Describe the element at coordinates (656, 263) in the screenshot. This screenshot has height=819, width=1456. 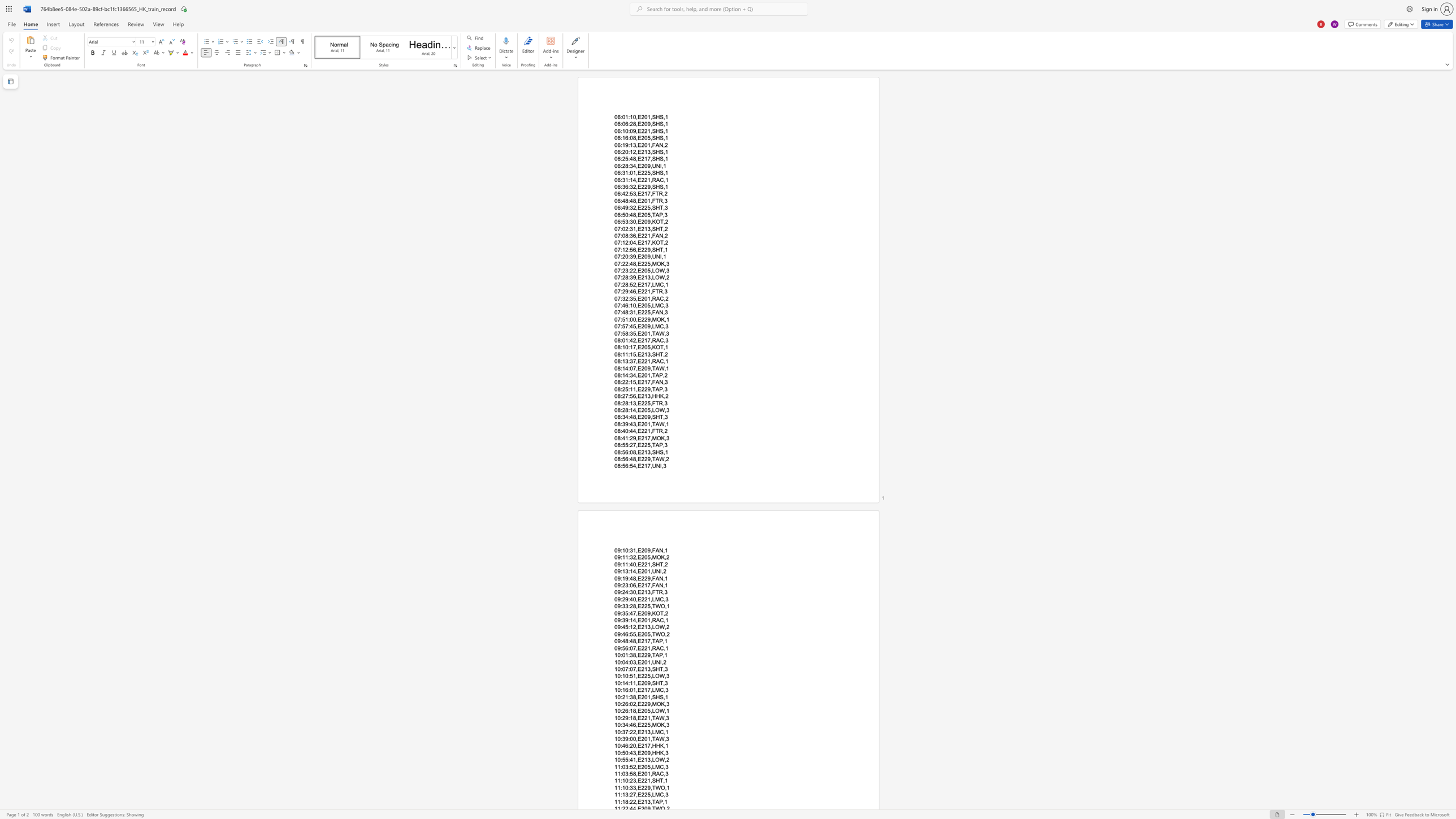
I see `the space between the continuous character "M" and "O" in the text` at that location.